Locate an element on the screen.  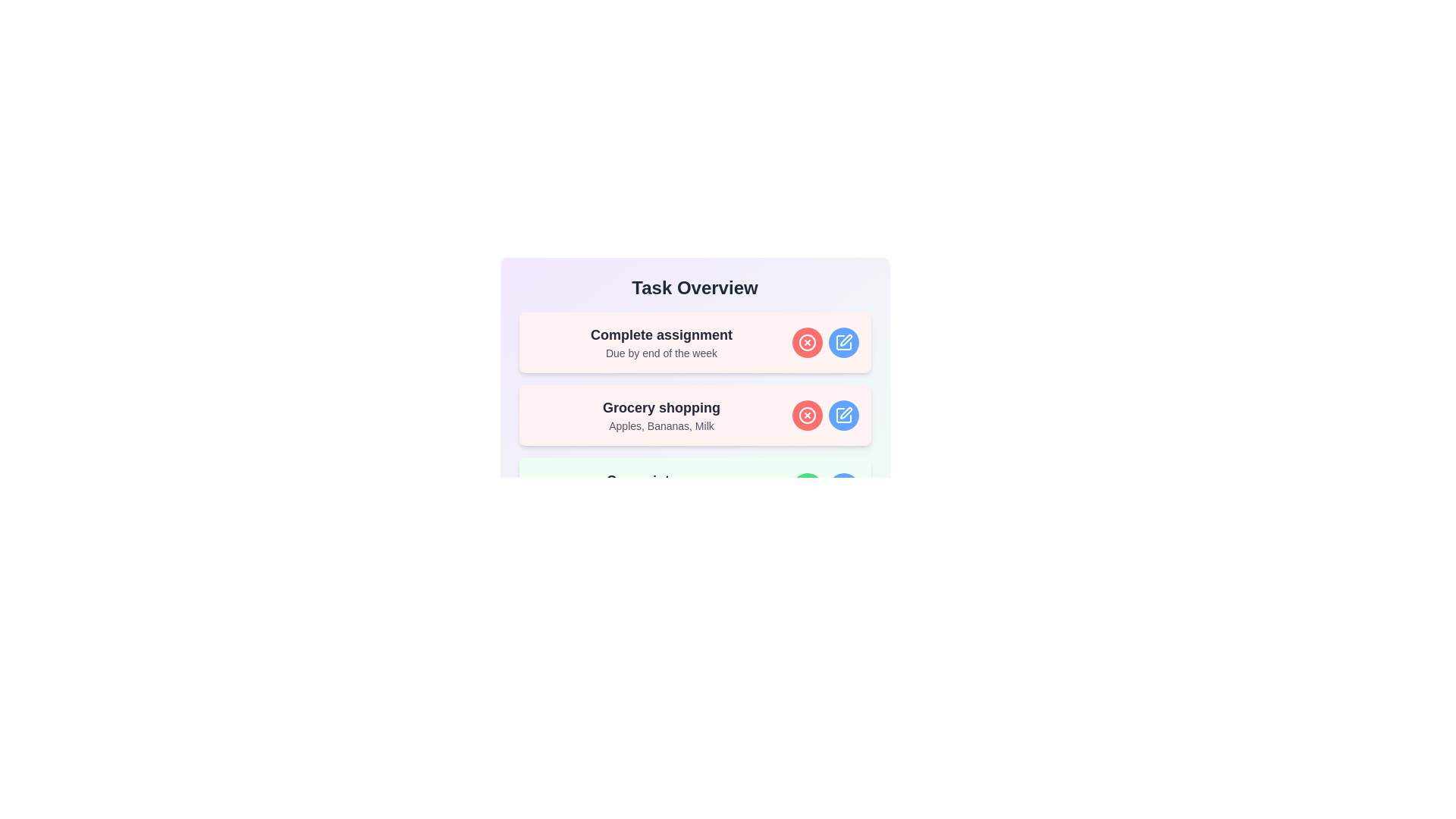
the edit button for the task 'Complete assignment' is located at coordinates (843, 342).